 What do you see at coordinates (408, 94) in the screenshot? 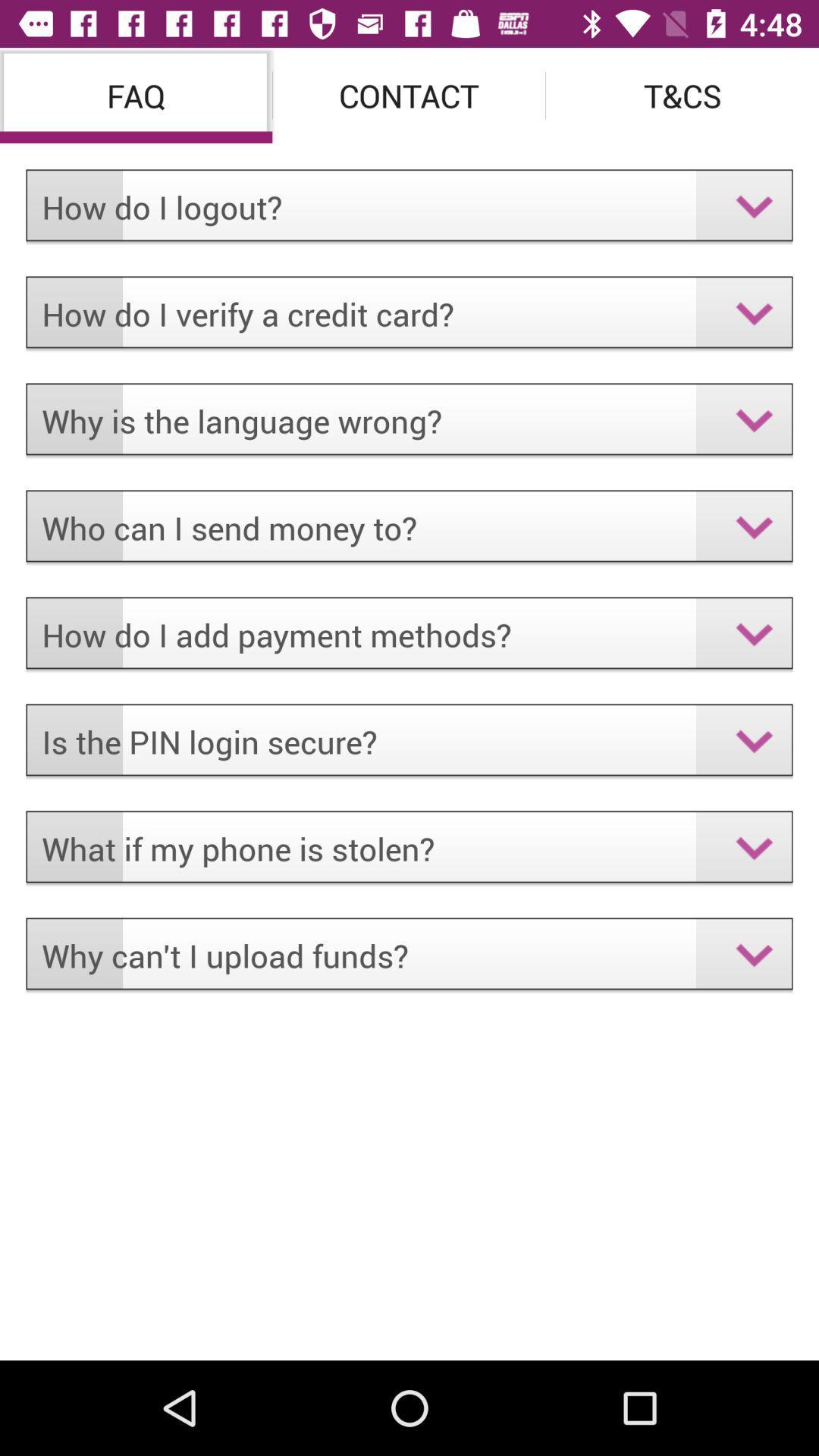
I see `the item next to the faq` at bounding box center [408, 94].